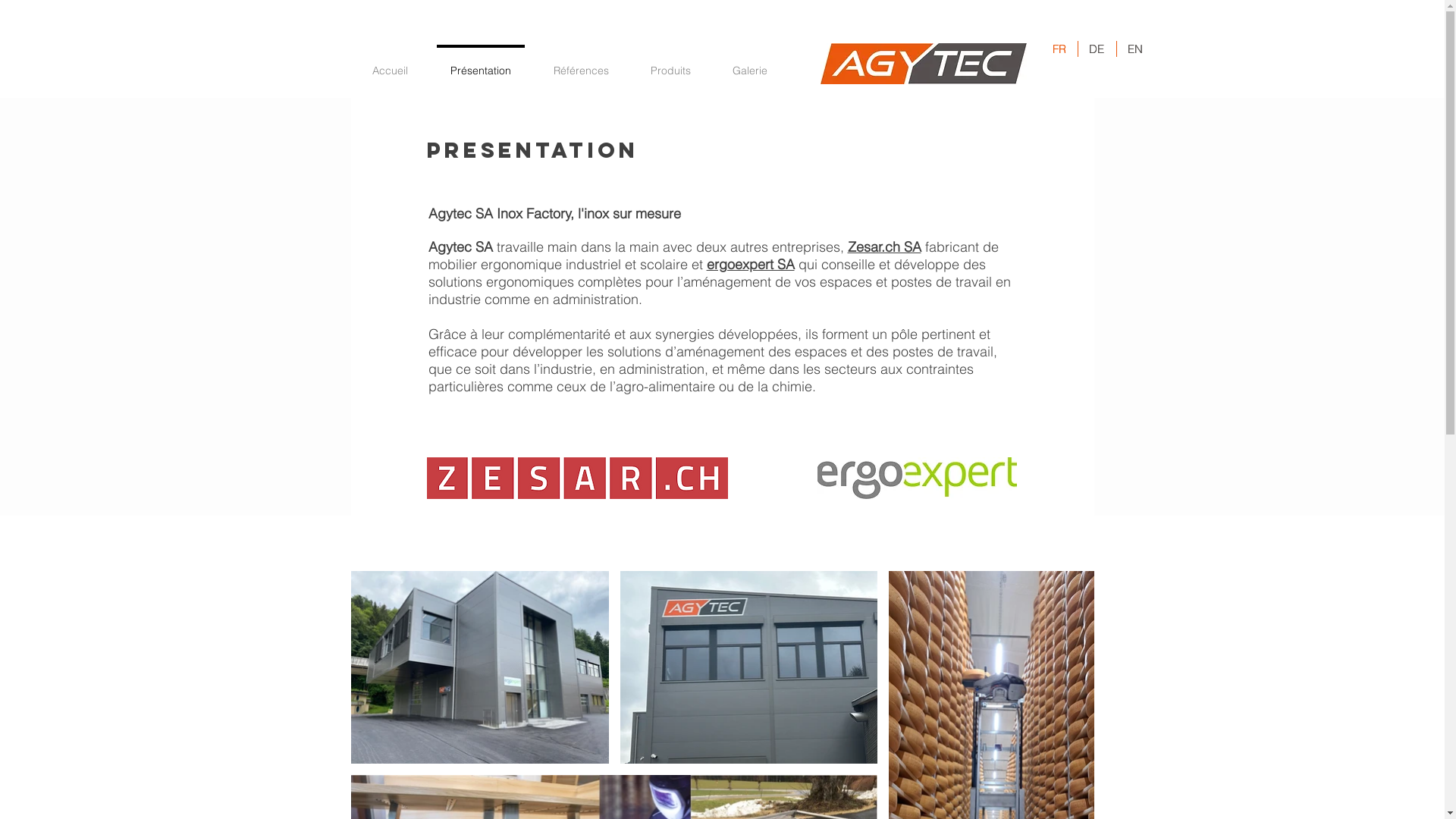 The image size is (1456, 819). What do you see at coordinates (1076, 48) in the screenshot?
I see `'DE'` at bounding box center [1076, 48].